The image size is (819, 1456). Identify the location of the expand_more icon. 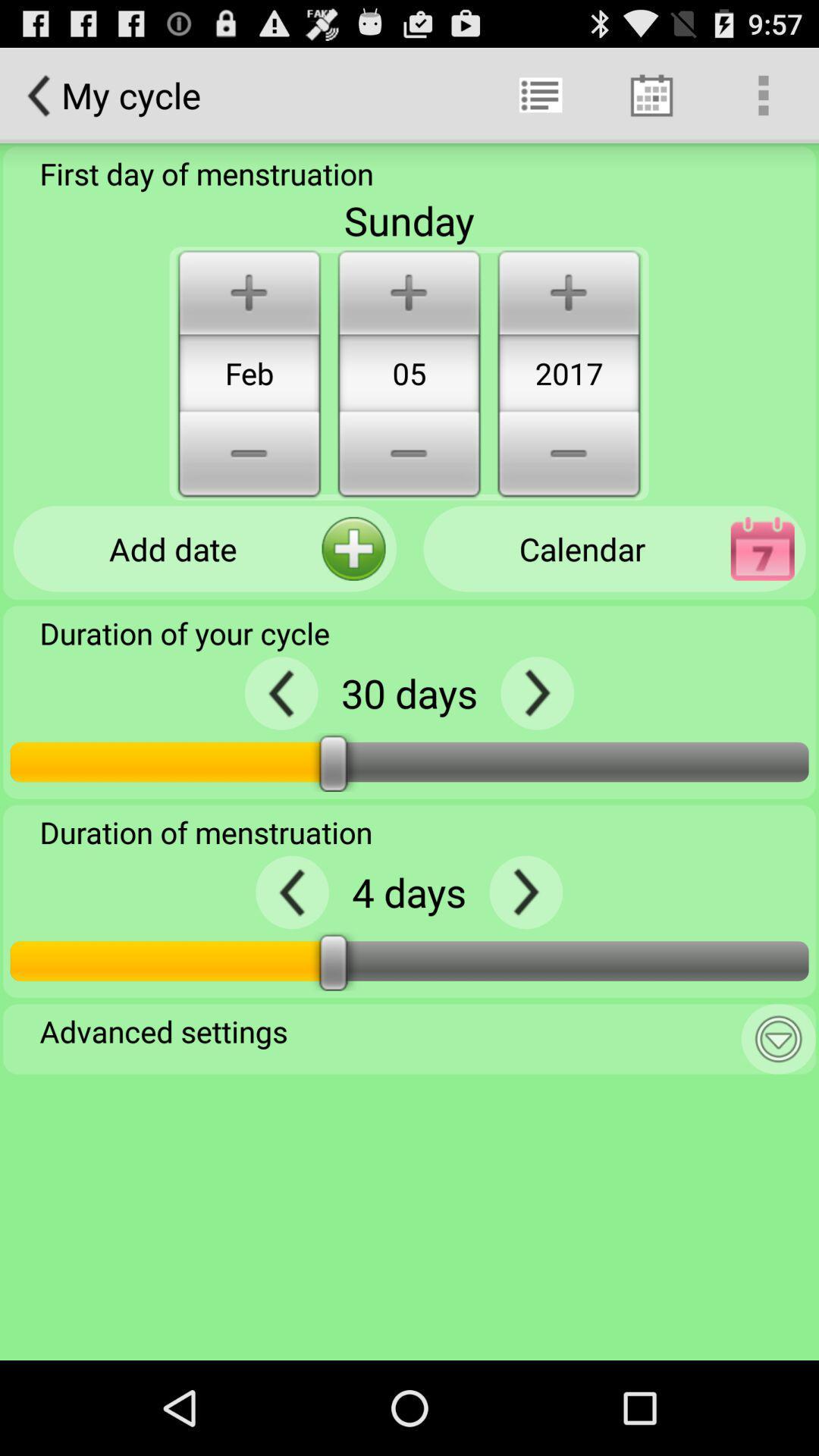
(778, 1112).